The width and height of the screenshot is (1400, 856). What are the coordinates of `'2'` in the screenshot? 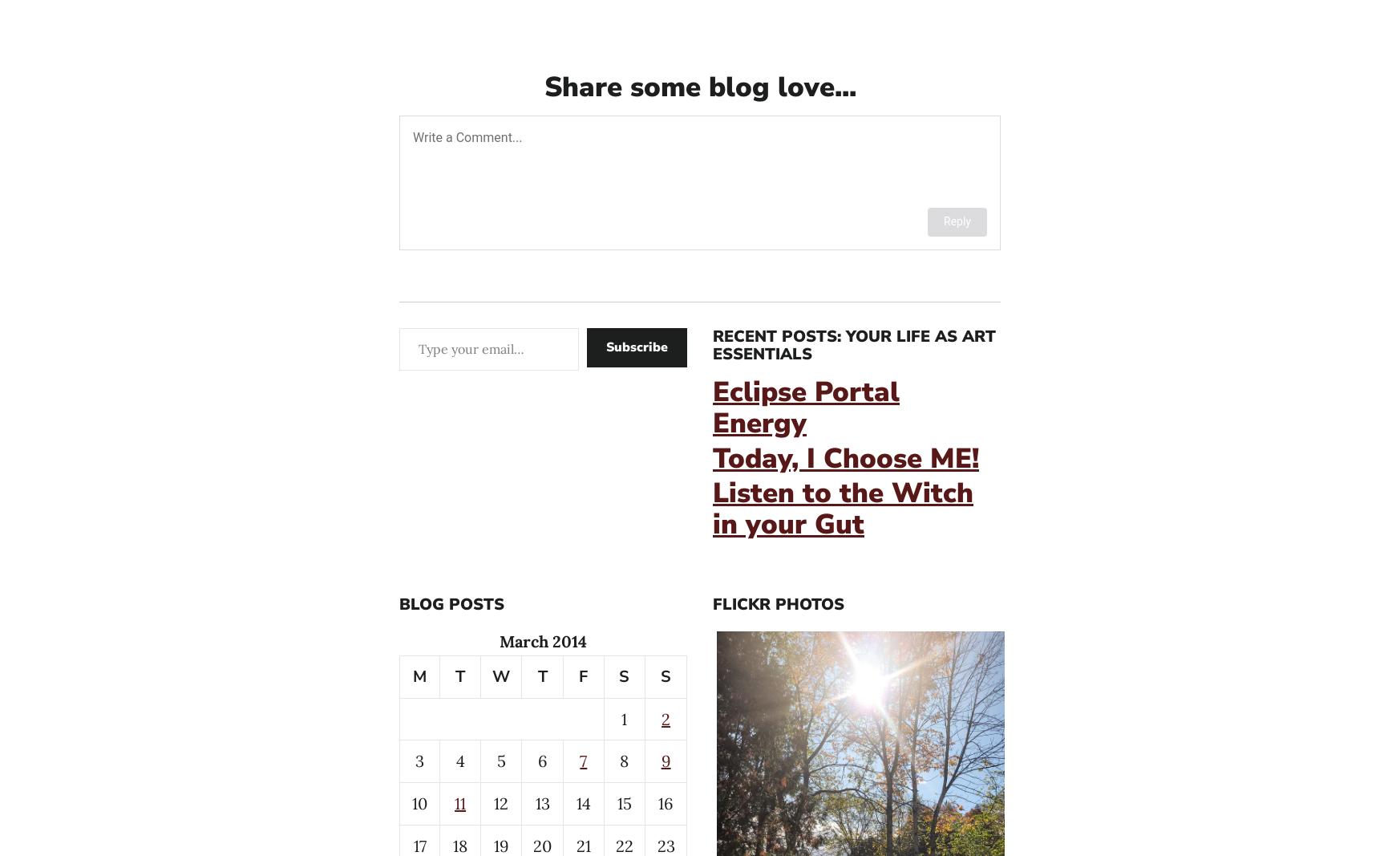 It's located at (666, 718).